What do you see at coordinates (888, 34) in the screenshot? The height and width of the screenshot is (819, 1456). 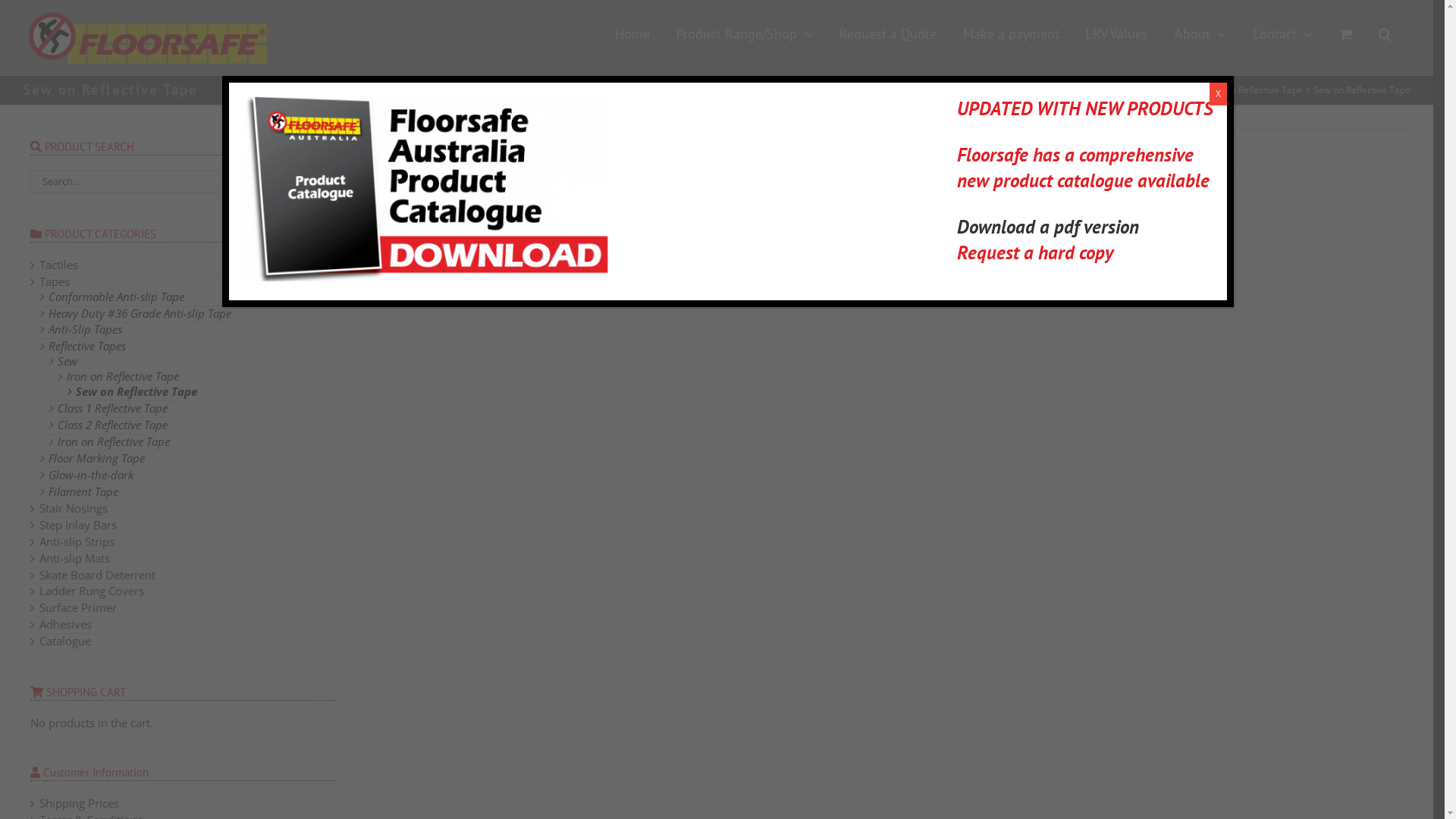 I see `'Request a Quote'` at bounding box center [888, 34].